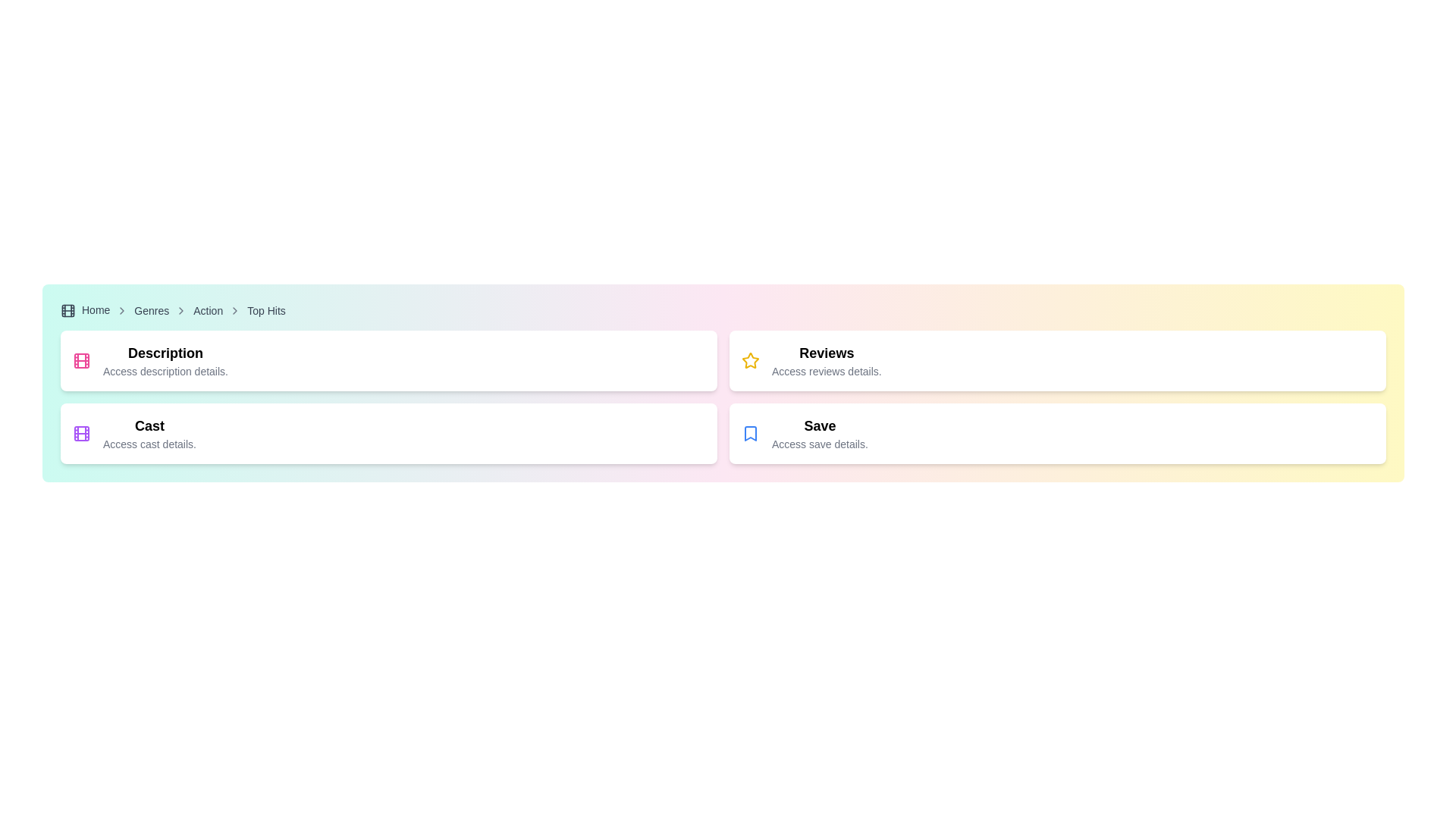 The height and width of the screenshot is (819, 1456). What do you see at coordinates (1057, 433) in the screenshot?
I see `the card located` at bounding box center [1057, 433].